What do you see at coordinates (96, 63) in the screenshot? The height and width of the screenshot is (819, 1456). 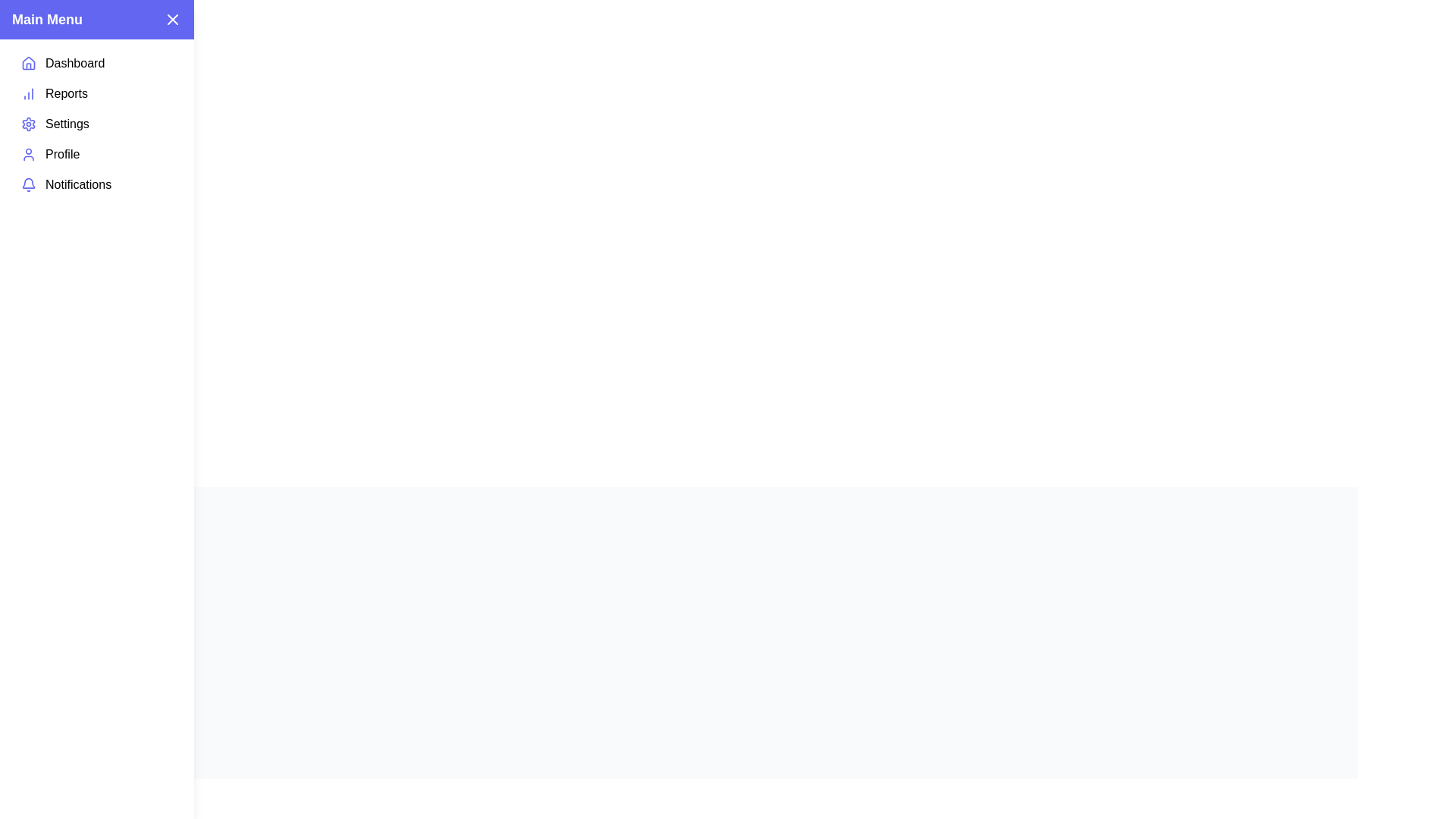 I see `the 'Dashboard' menu item in the sidebar navigation` at bounding box center [96, 63].